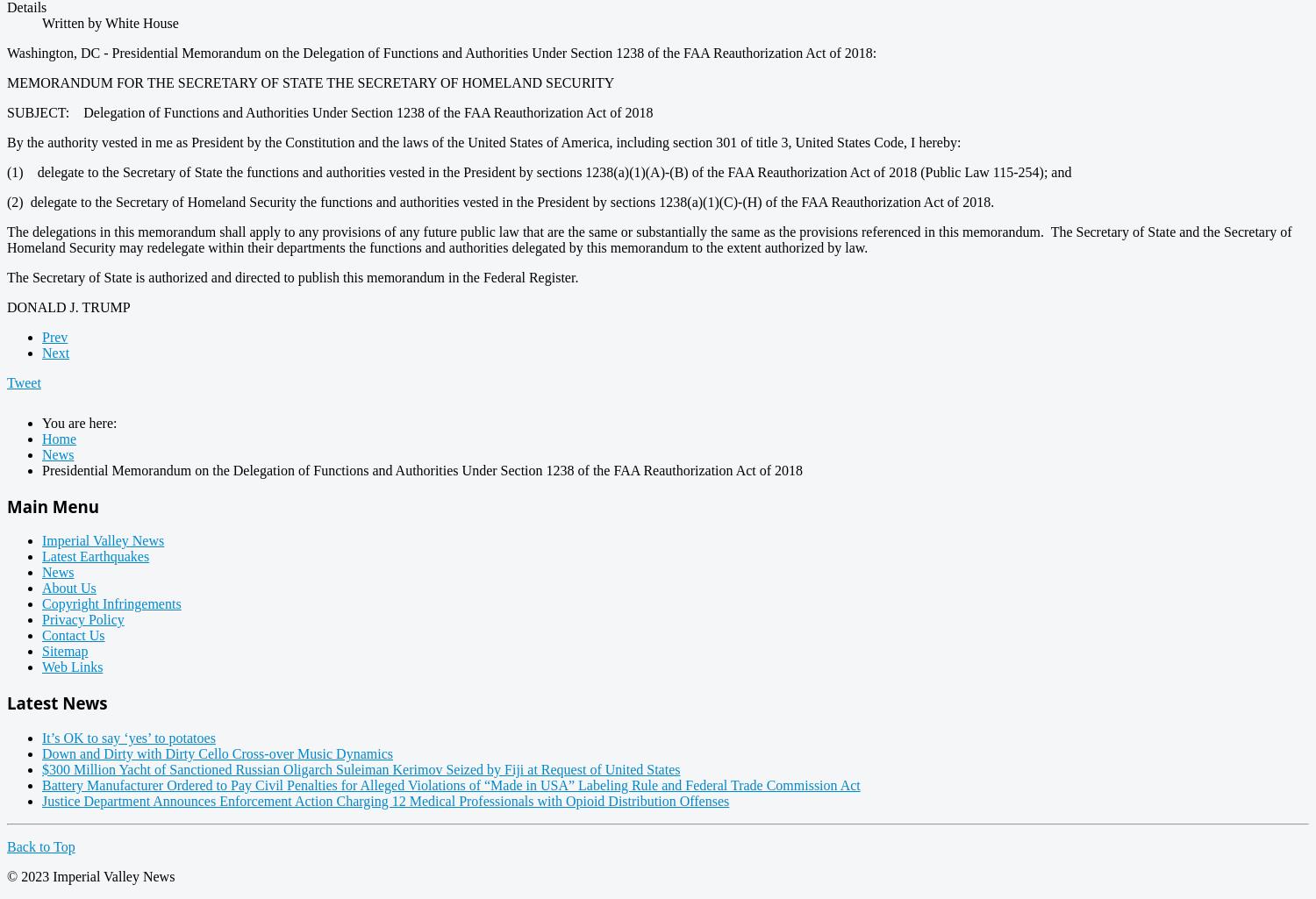  Describe the element at coordinates (6, 701) in the screenshot. I see `'Latest News'` at that location.